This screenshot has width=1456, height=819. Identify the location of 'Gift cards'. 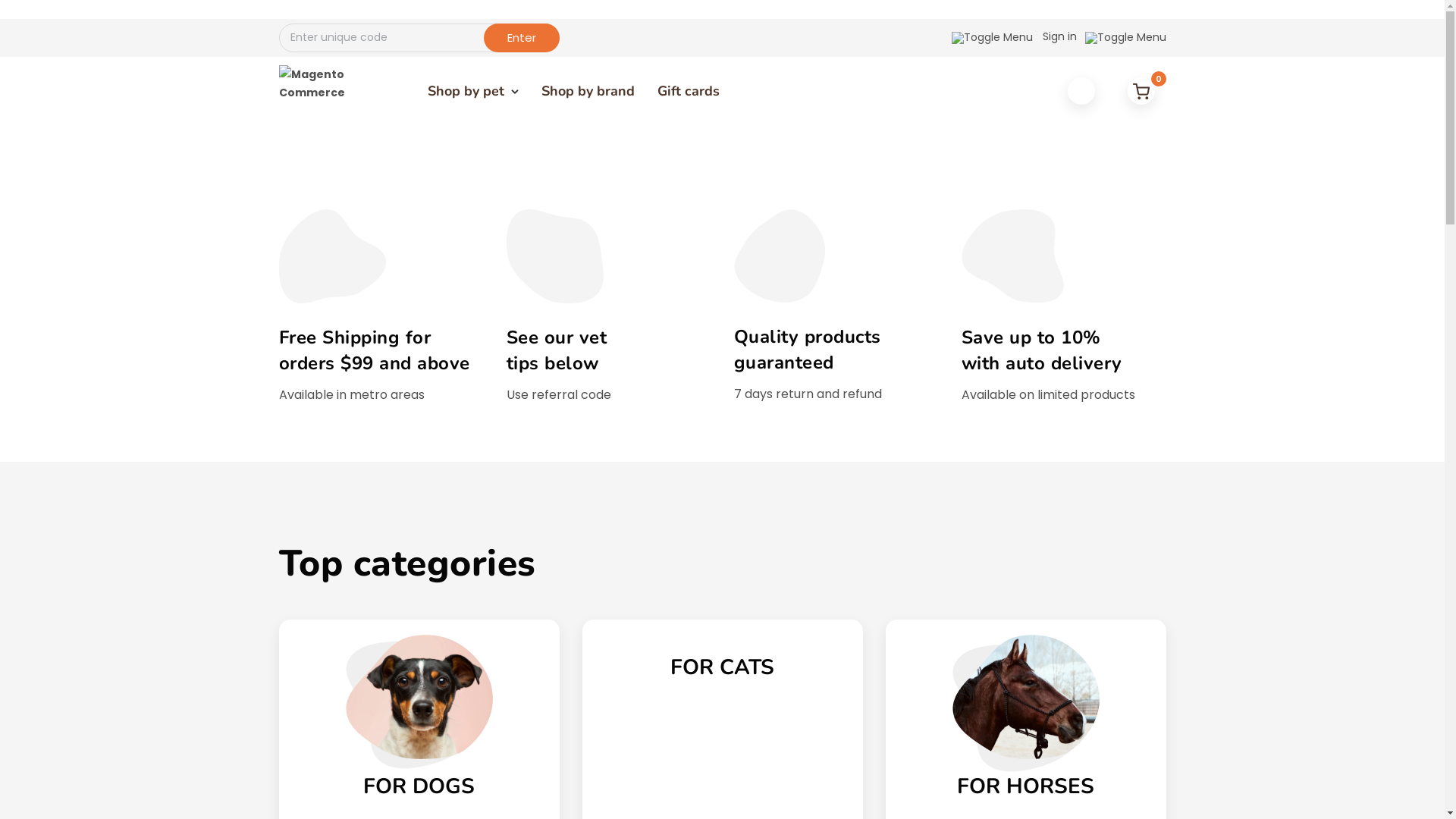
(687, 90).